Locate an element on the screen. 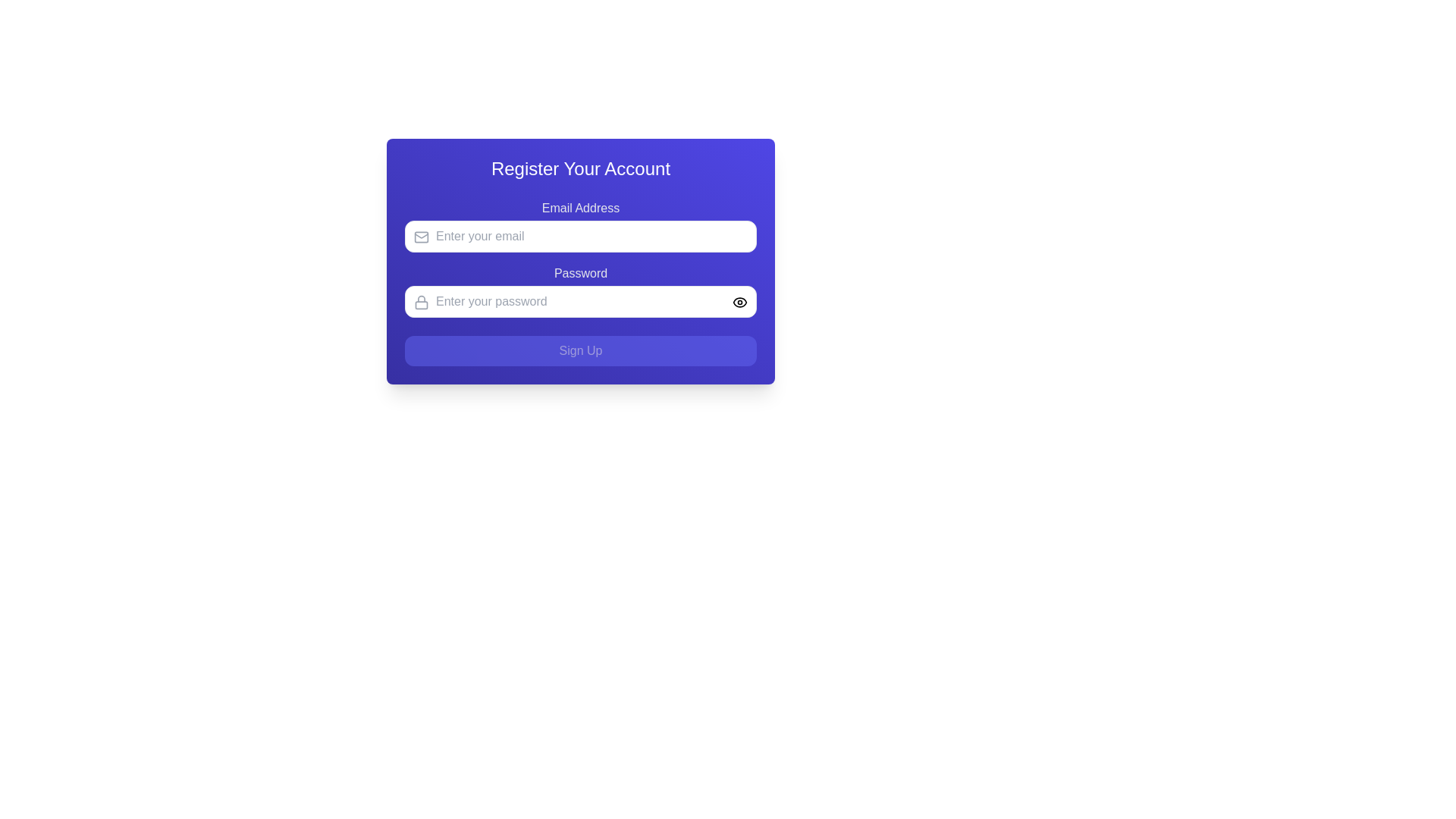  the submission button located at the bottom of the registration form is located at coordinates (580, 350).